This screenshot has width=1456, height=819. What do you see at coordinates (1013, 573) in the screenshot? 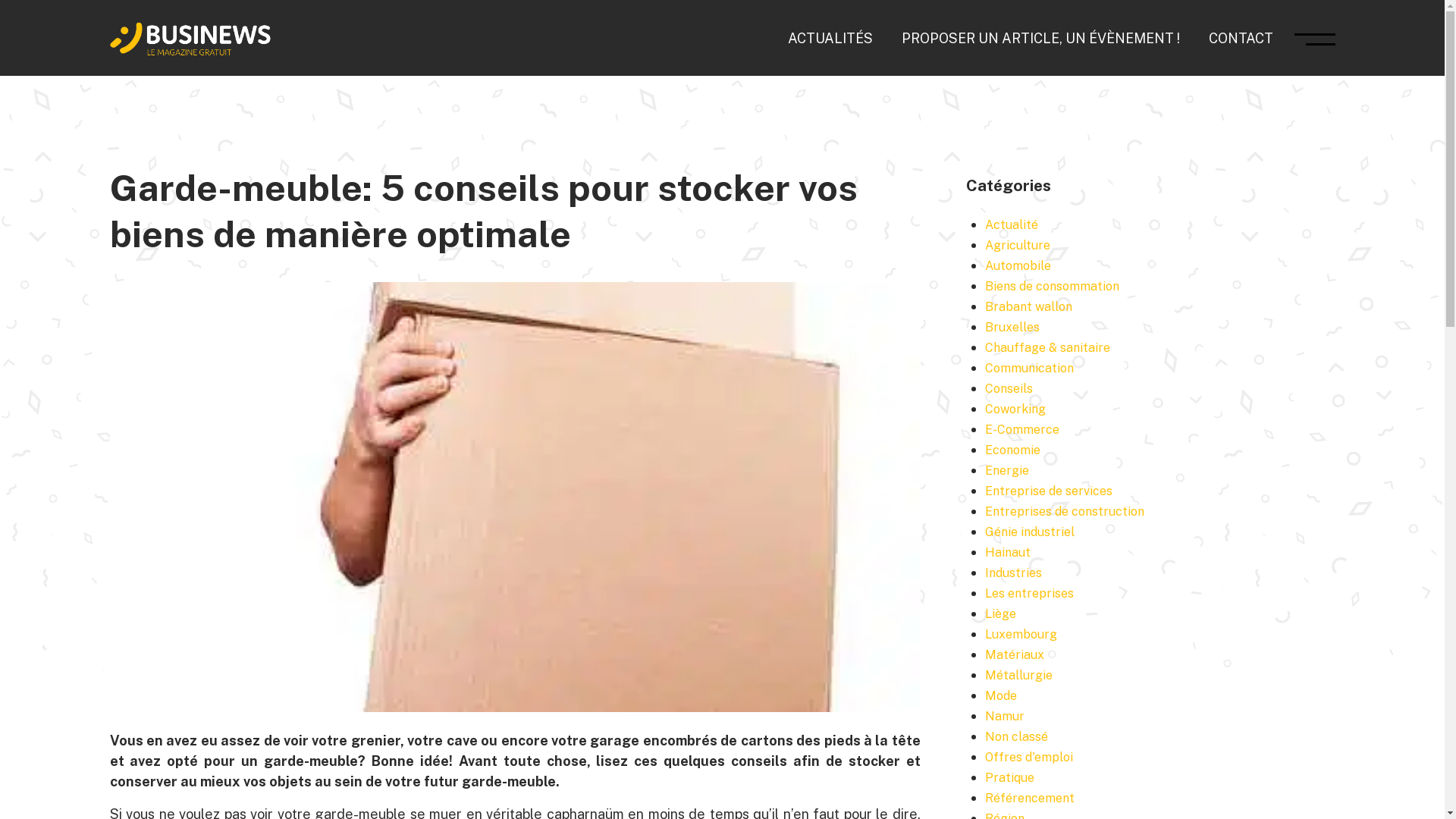
I see `'Industries'` at bounding box center [1013, 573].